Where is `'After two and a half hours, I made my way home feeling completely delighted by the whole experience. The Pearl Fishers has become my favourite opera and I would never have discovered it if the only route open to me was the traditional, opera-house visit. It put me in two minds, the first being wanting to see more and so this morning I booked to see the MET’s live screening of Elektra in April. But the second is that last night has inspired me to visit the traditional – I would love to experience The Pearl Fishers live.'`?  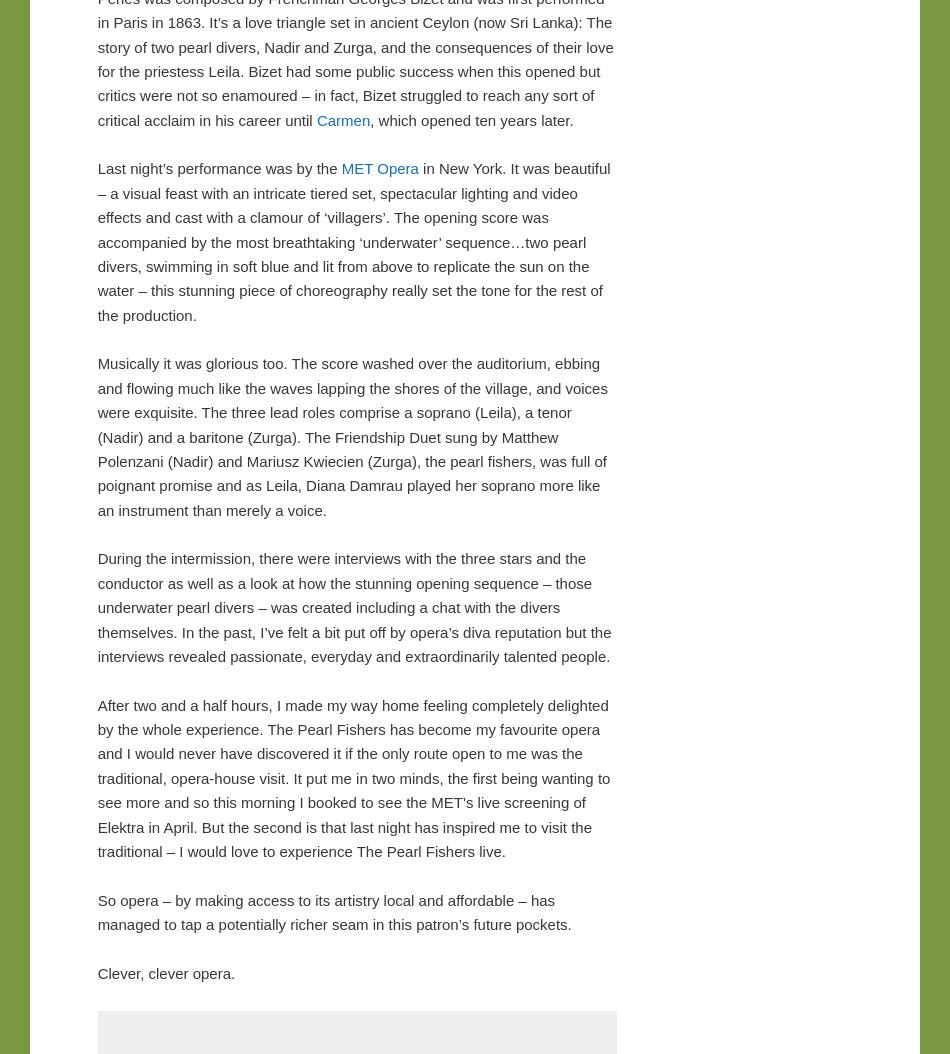
'After two and a half hours, I made my way home feeling completely delighted by the whole experience. The Pearl Fishers has become my favourite opera and I would never have discovered it if the only route open to me was the traditional, opera-house visit. It put me in two minds, the first being wanting to see more and so this morning I booked to see the MET’s live screening of Elektra in April. But the second is that last night has inspired me to visit the traditional – I would love to experience The Pearl Fishers live.' is located at coordinates (352, 777).